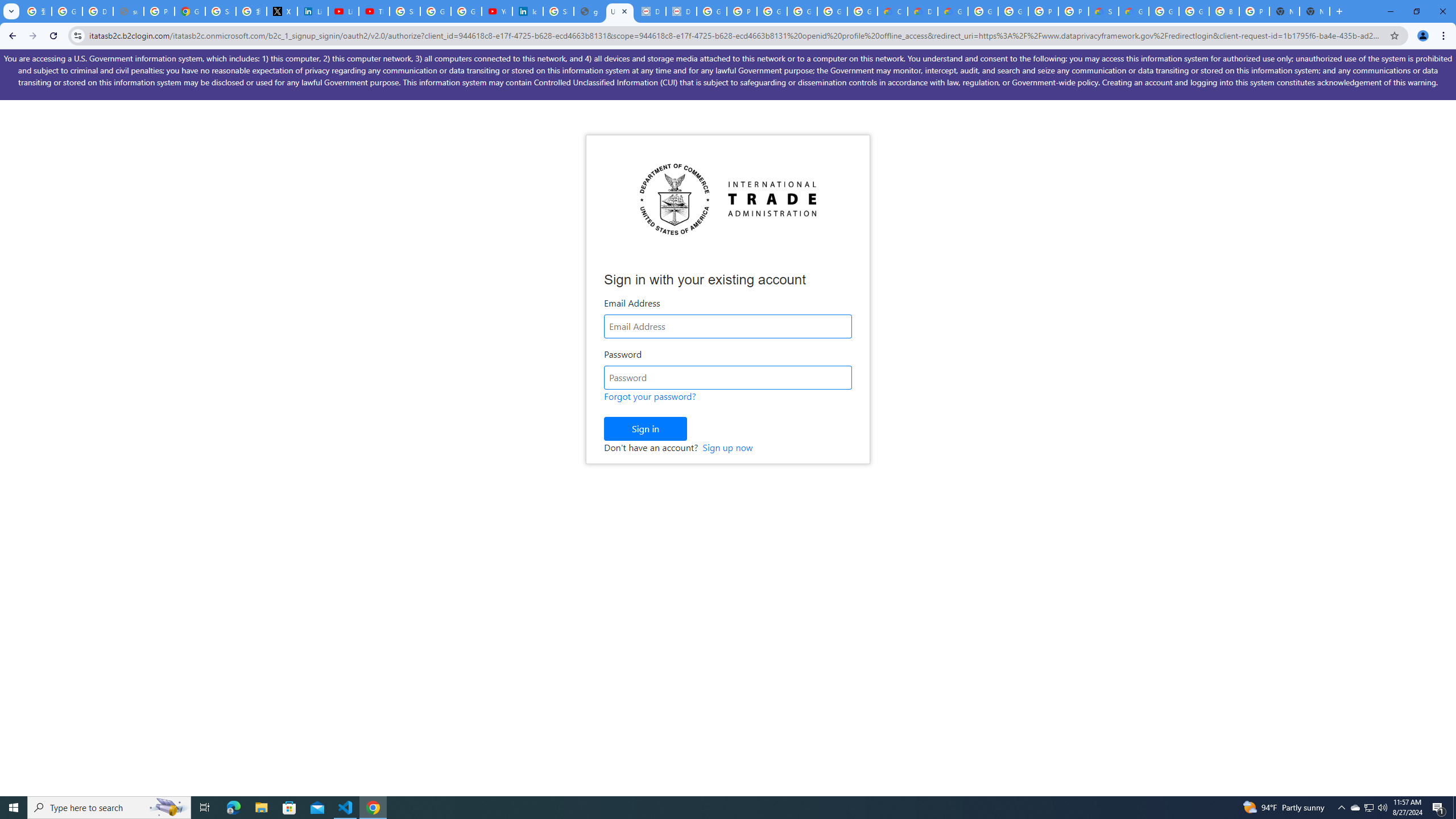  Describe the element at coordinates (1314, 11) in the screenshot. I see `'New Tab'` at that location.